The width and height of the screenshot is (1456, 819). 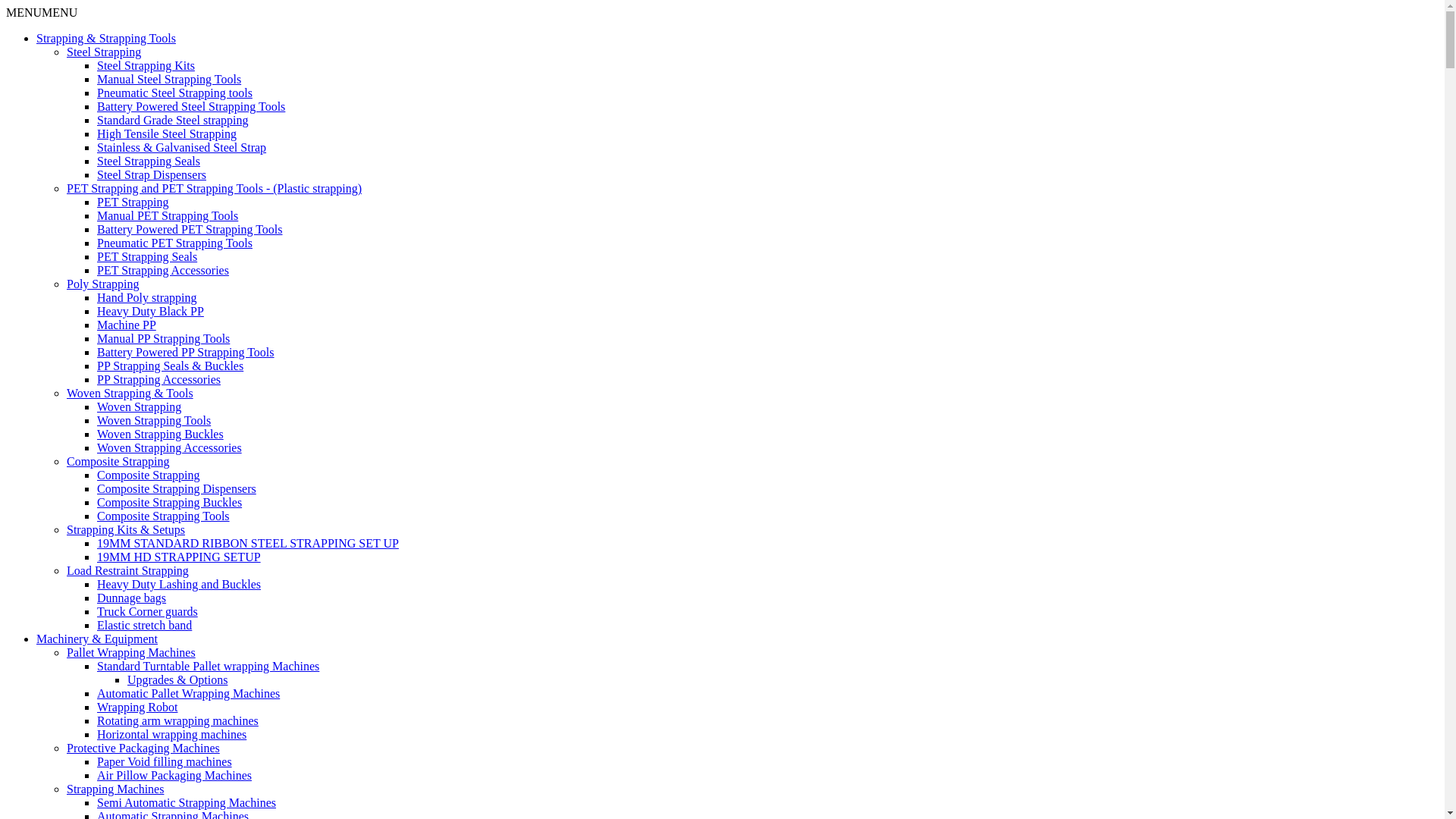 I want to click on 'Battery Powered Steel Strapping Tools', so click(x=190, y=105).